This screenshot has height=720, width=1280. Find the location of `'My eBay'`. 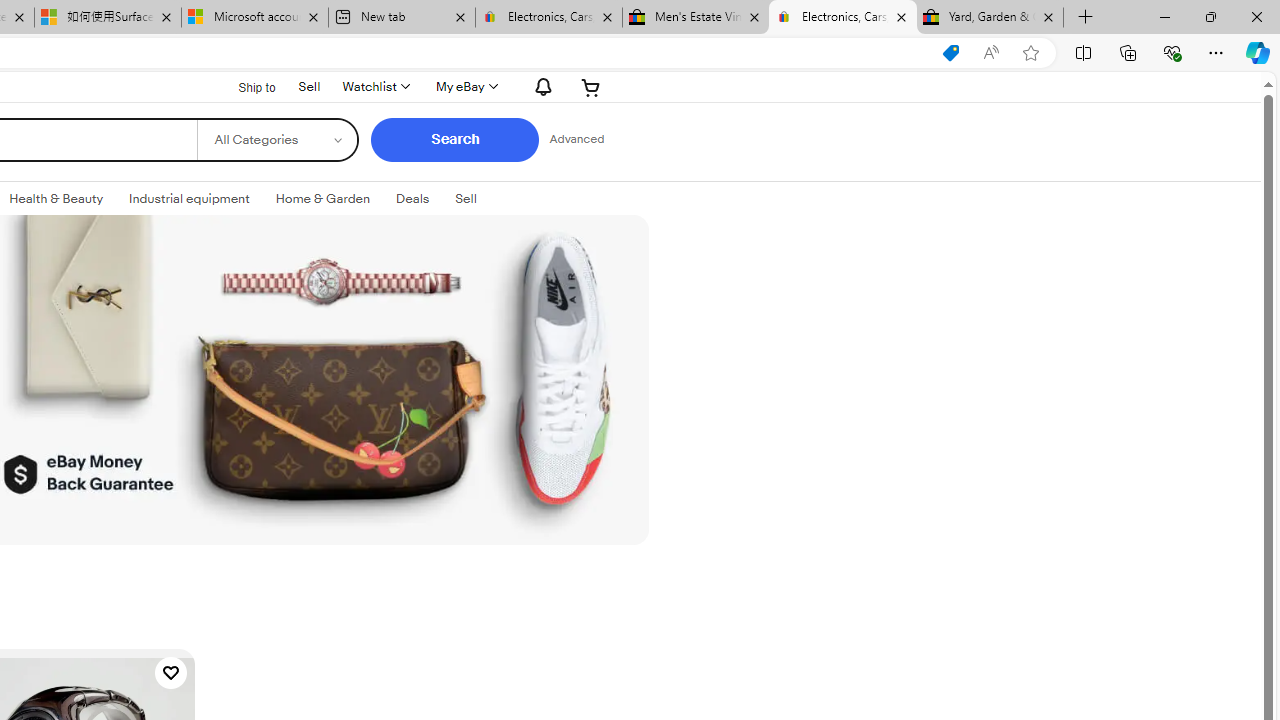

'My eBay' is located at coordinates (464, 86).